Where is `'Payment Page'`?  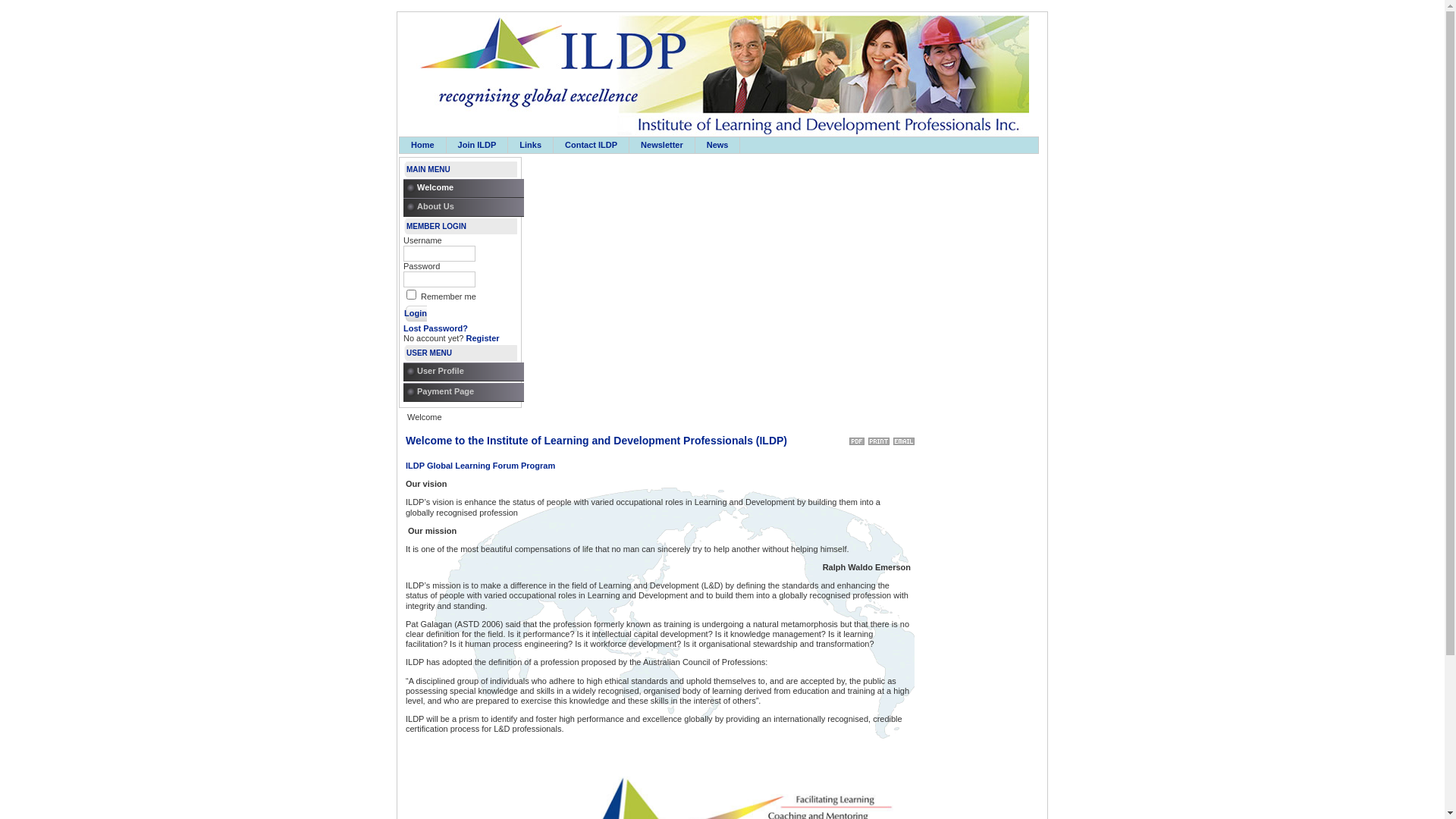 'Payment Page' is located at coordinates (466, 391).